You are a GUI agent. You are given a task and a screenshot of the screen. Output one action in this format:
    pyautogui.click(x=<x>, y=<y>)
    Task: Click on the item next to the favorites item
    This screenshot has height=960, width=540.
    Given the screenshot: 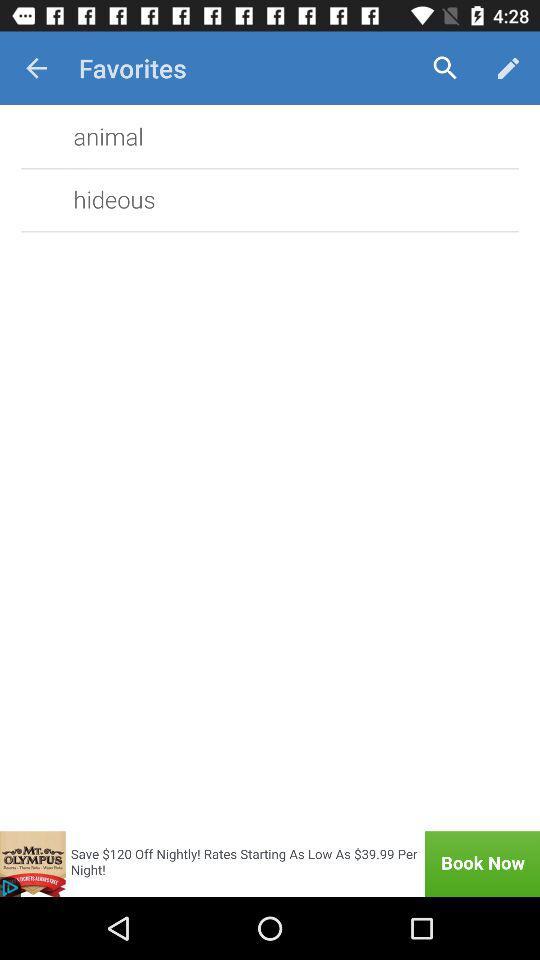 What is the action you would take?
    pyautogui.click(x=445, y=68)
    